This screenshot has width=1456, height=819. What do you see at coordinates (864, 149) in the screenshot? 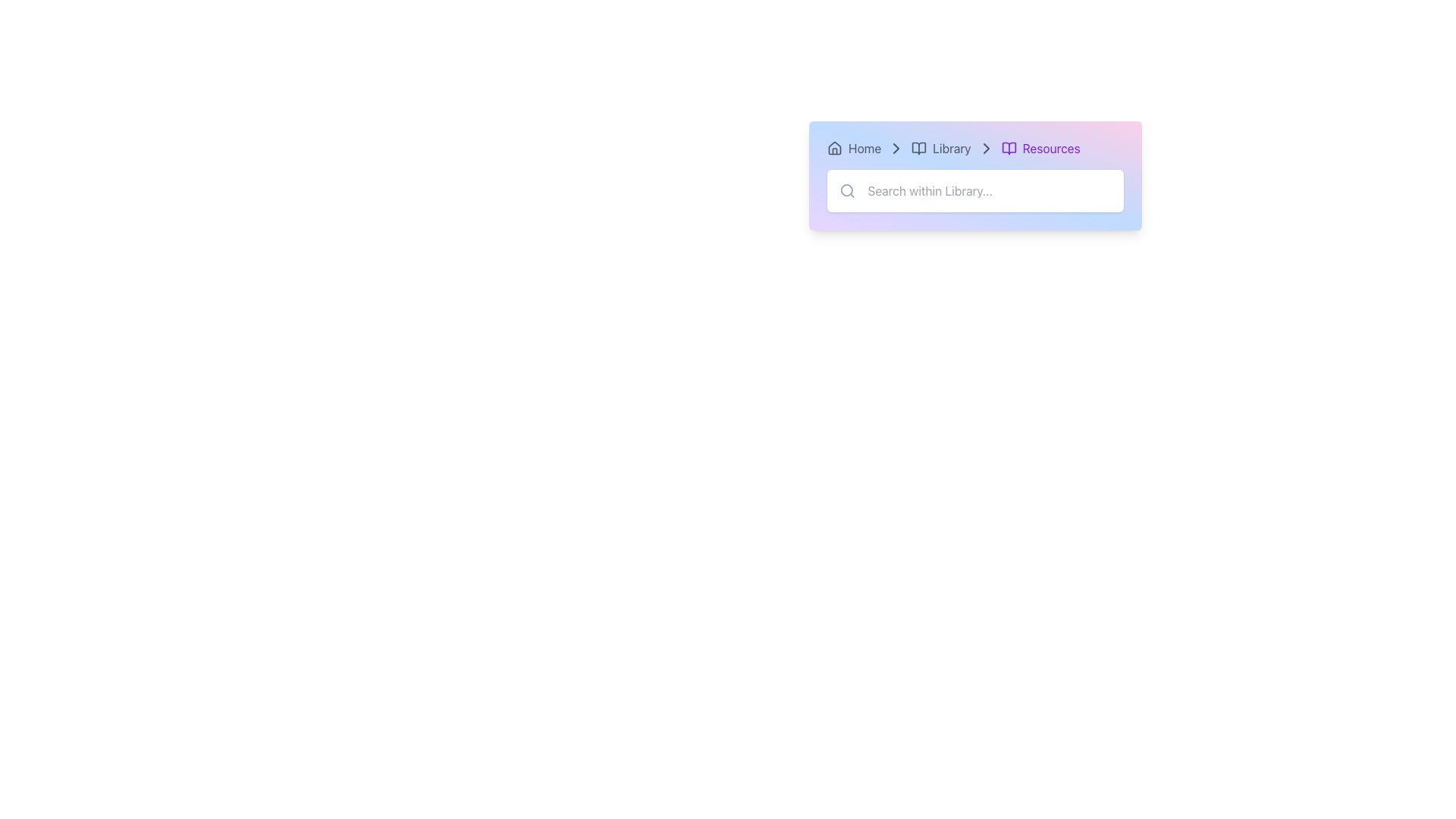
I see `the 'Home' text label in the horizontal navigation bar` at bounding box center [864, 149].